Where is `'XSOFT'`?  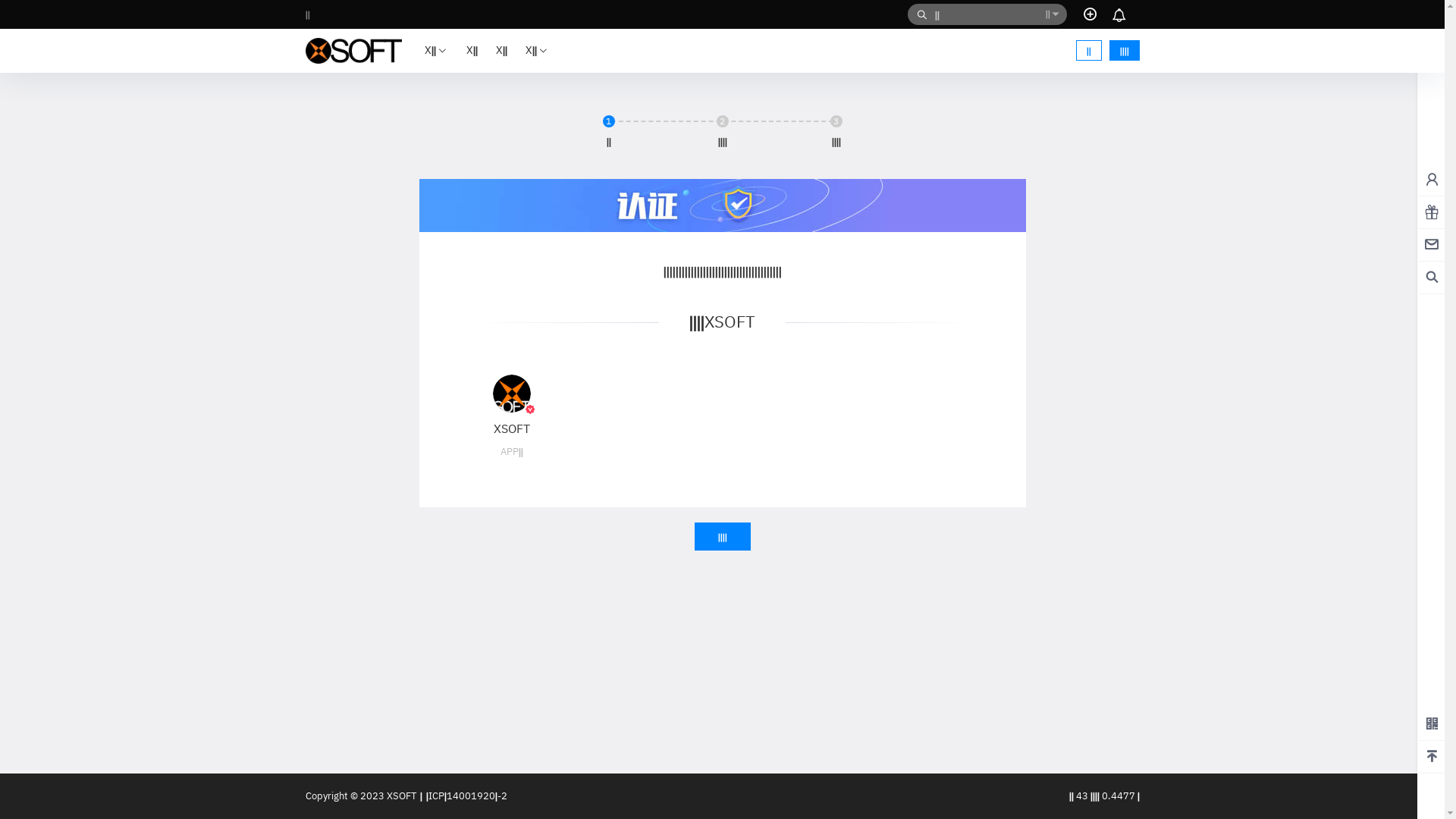 'XSOFT' is located at coordinates (512, 428).